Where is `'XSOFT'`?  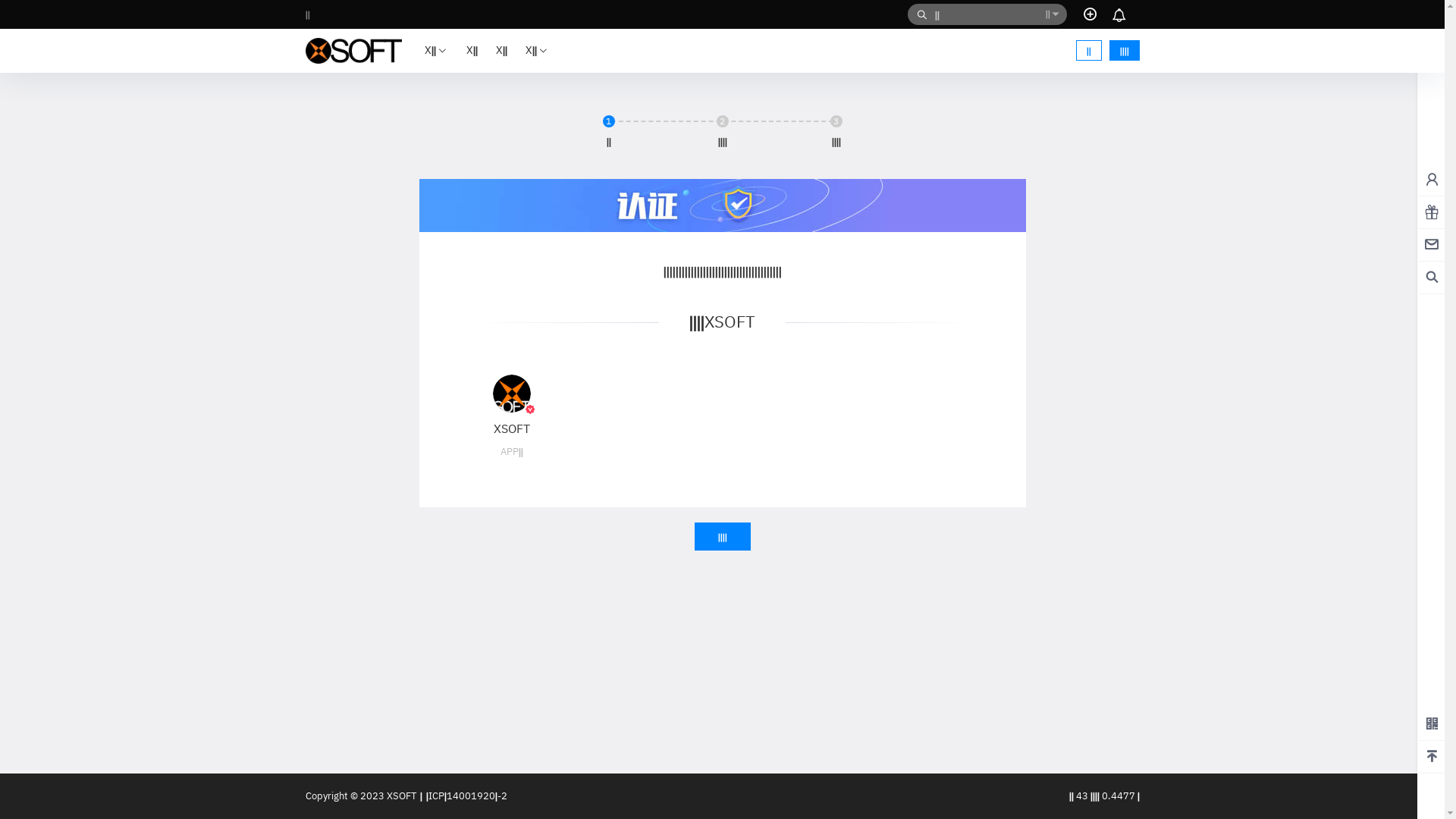 'XSOFT' is located at coordinates (512, 428).